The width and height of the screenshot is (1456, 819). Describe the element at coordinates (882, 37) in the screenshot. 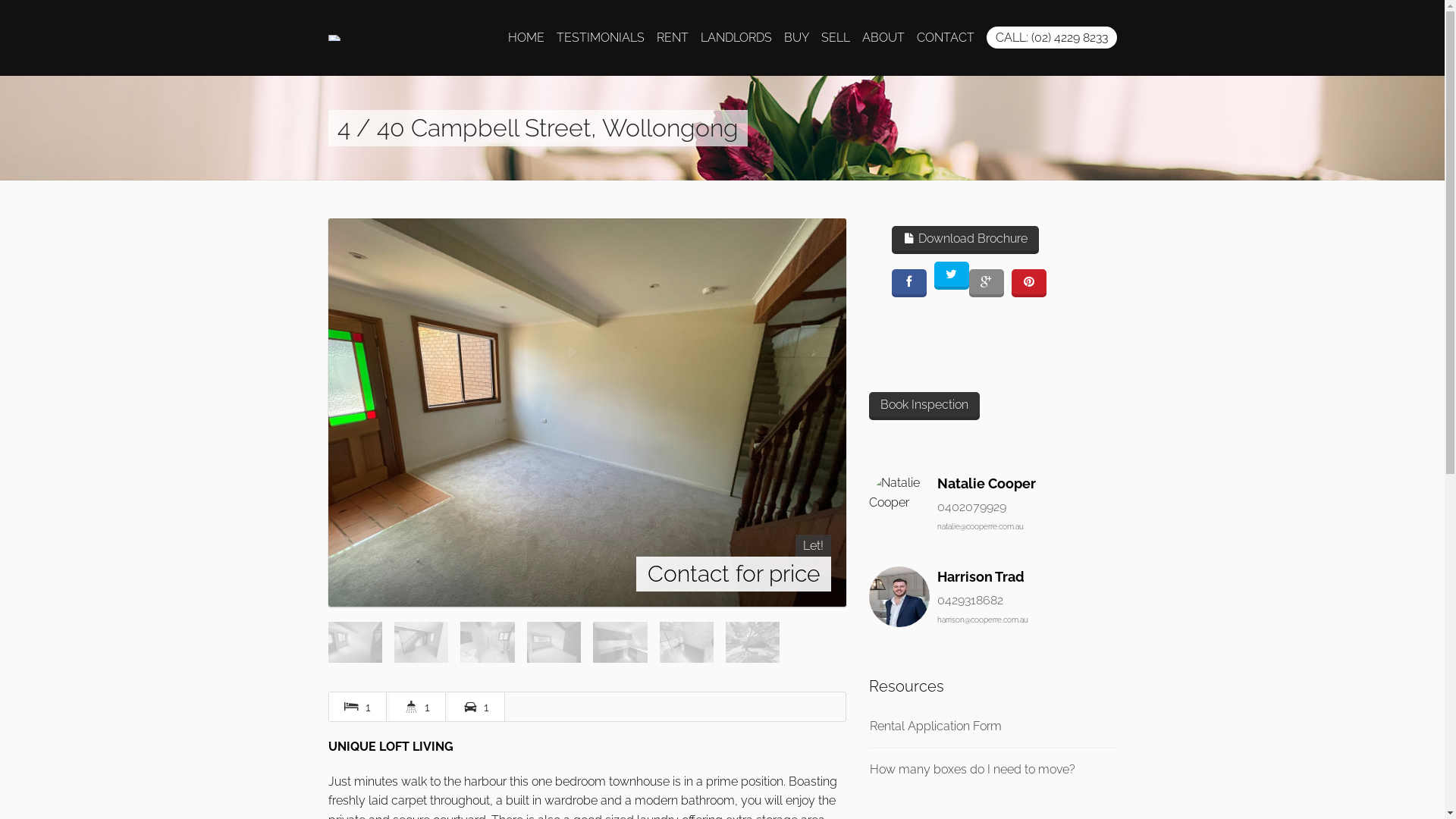

I see `'ABOUT'` at that location.